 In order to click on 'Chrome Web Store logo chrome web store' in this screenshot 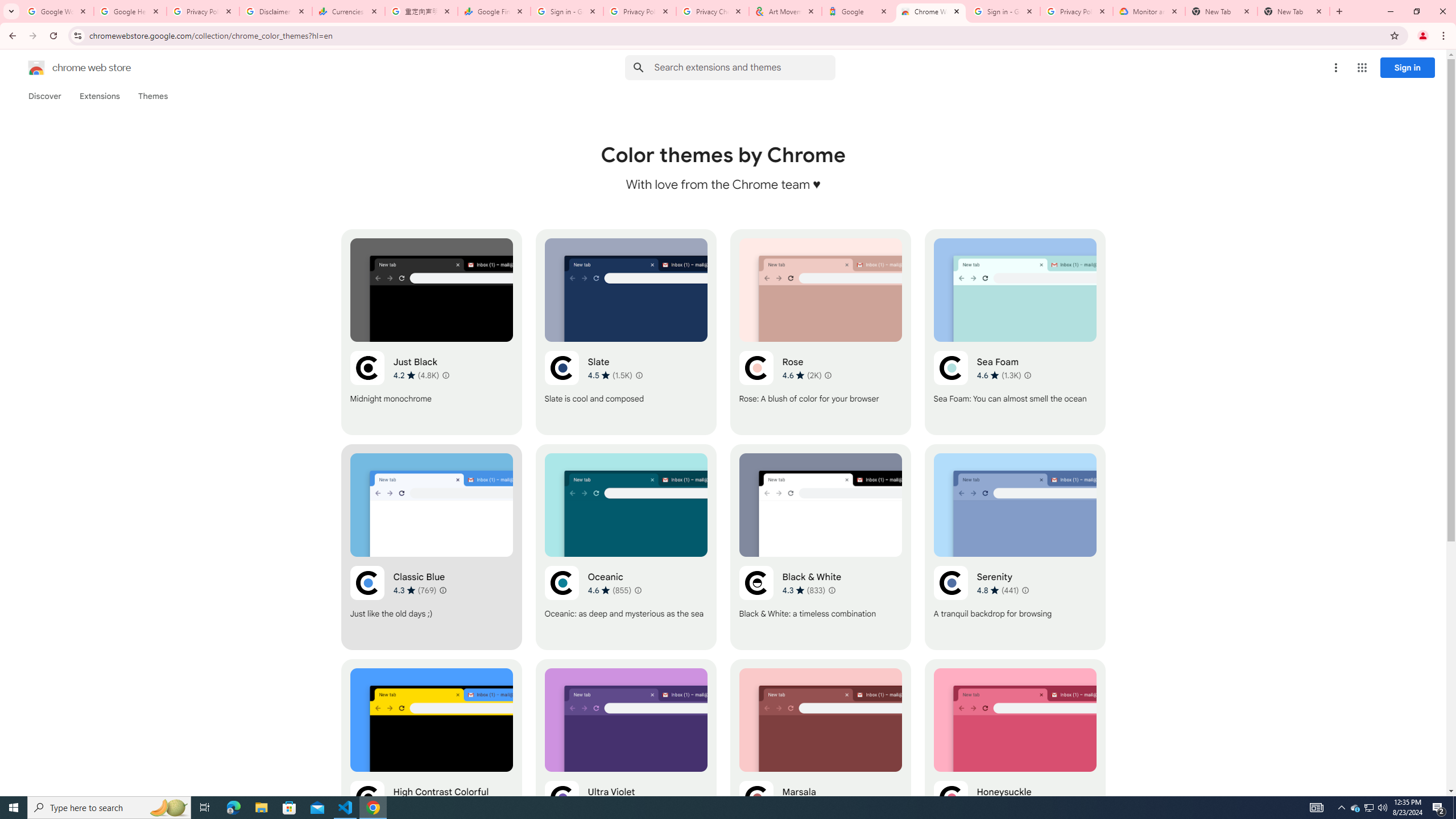, I will do `click(67, 67)`.